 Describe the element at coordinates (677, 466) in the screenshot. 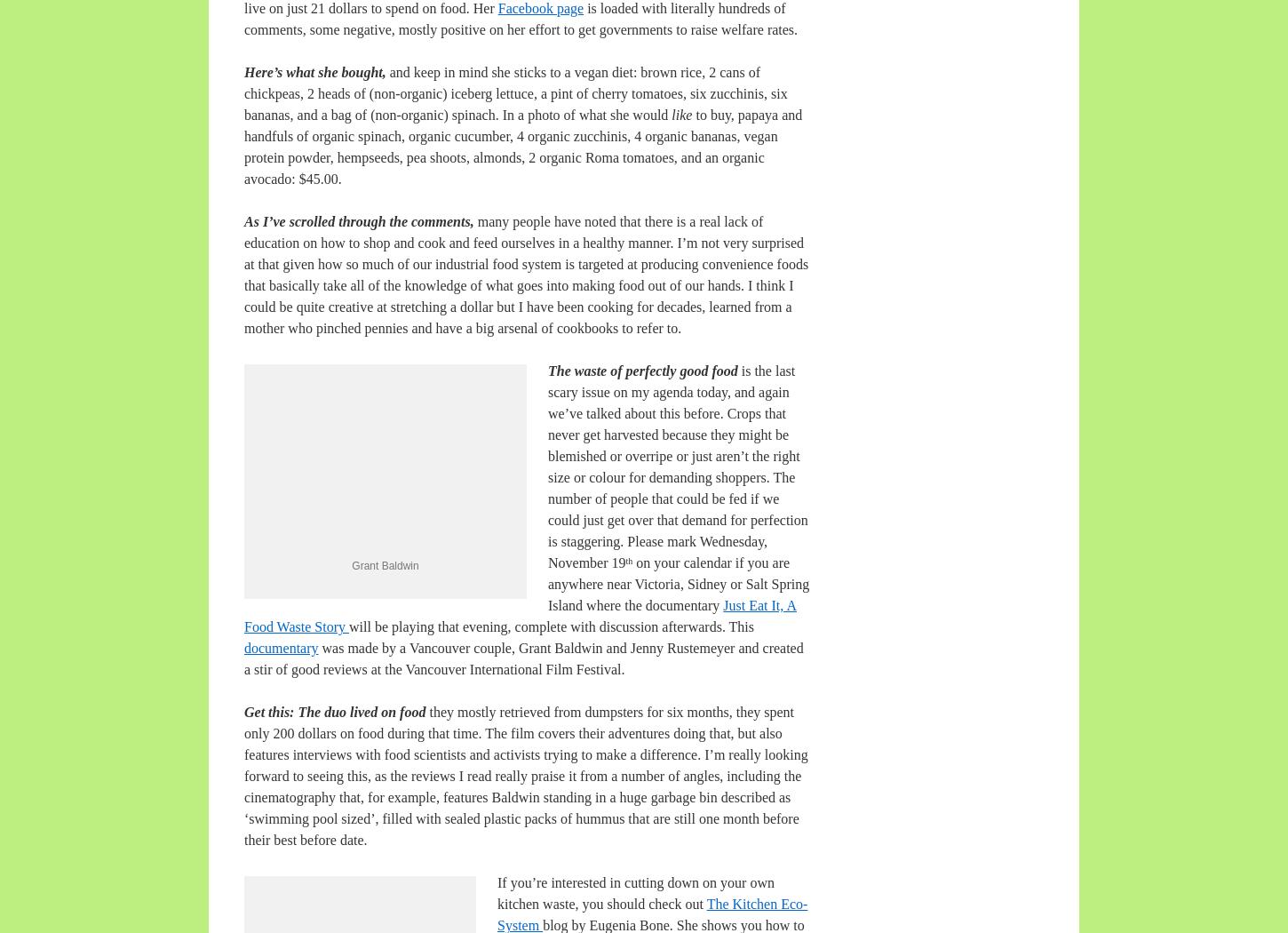

I see `'is the last scary issue on my agenda today, and again we’ve talked about this before. Crops that never get harvested because they might be blemished or overripe or just aren’t the right size or colour for demanding shoppers. The number of people that could be fed if we could just get over that demand for perfection is staggering. Please mark Wednesday, November 19'` at that location.